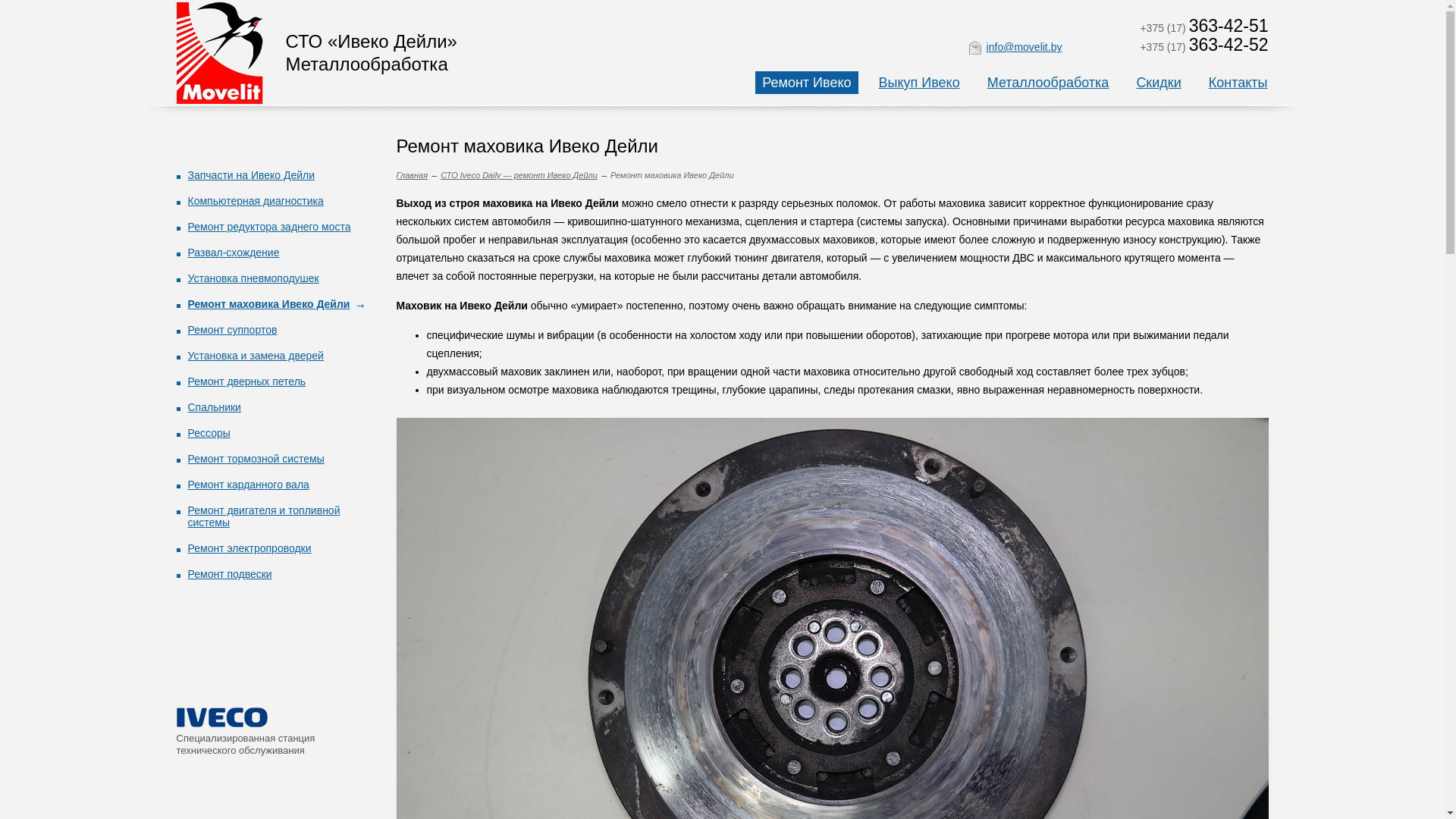 This screenshot has height=819, width=1456. Describe the element at coordinates (1015, 47) in the screenshot. I see `'info@movelit.by'` at that location.